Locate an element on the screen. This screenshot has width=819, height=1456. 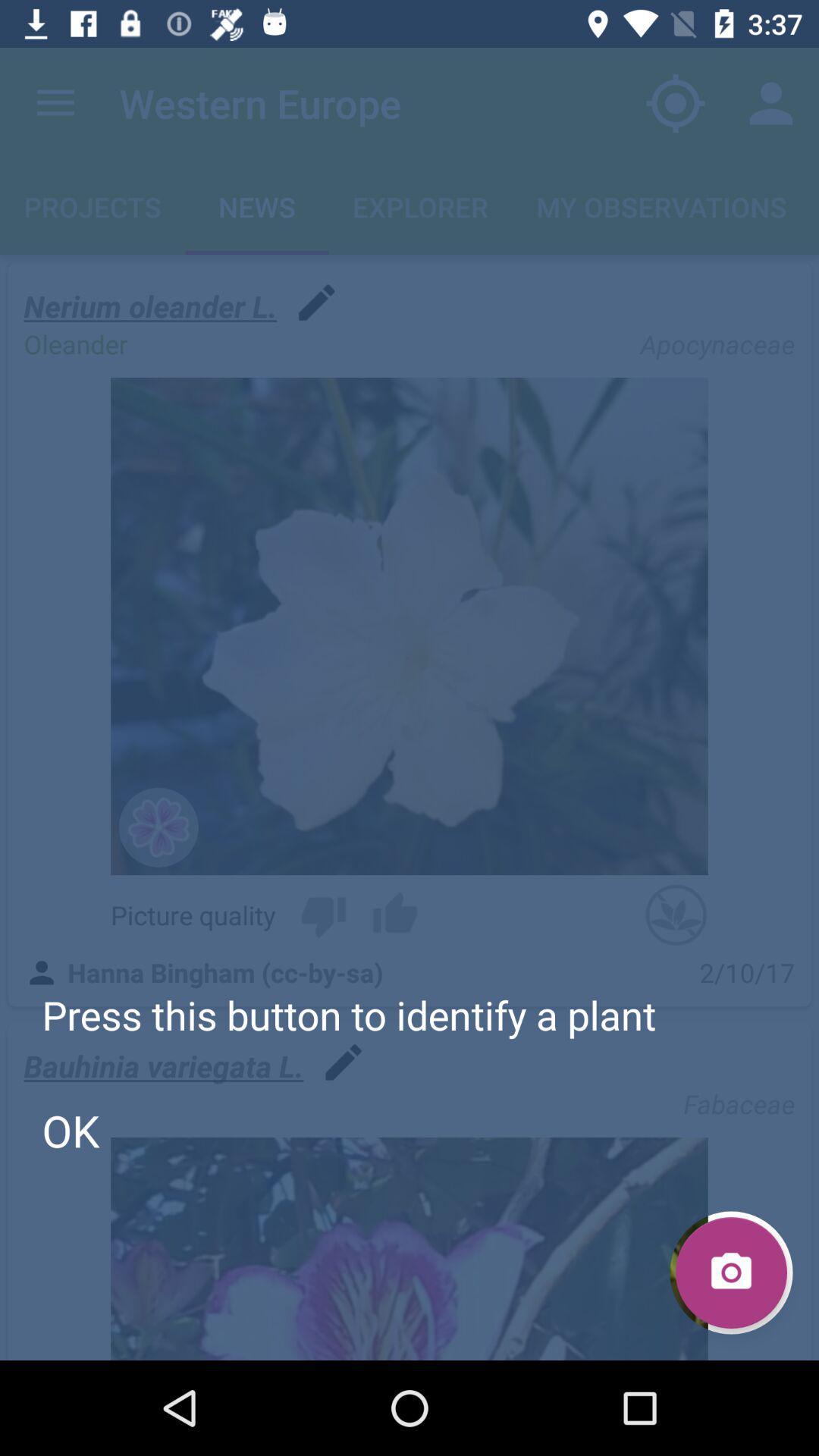
nerium oleander l. item is located at coordinates (150, 305).